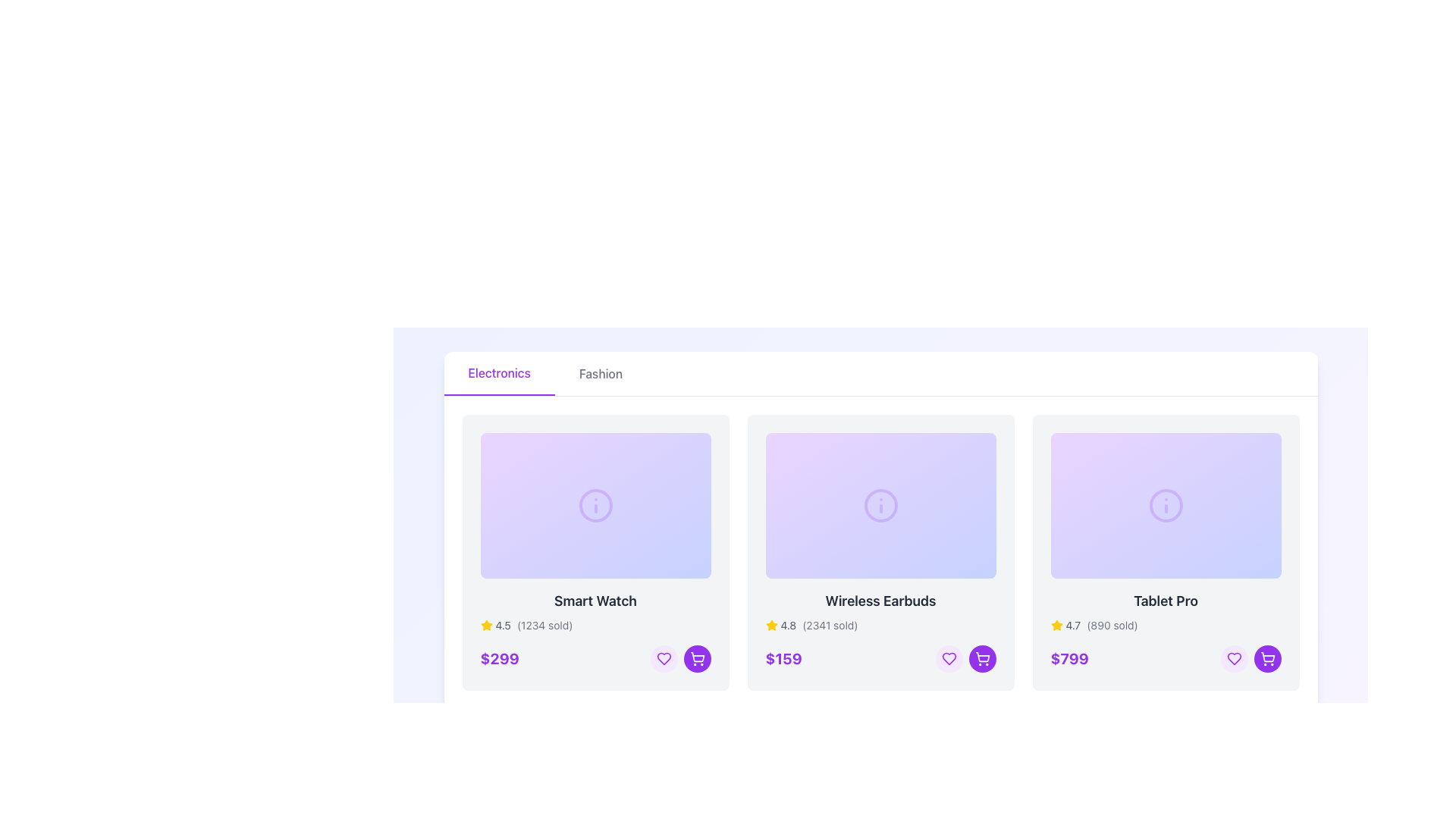  What do you see at coordinates (1267, 657) in the screenshot?
I see `the 'Add to Cart' button, which is the third interactive icon at the bottom-right corner of the 'Tablet Pro' item card` at bounding box center [1267, 657].